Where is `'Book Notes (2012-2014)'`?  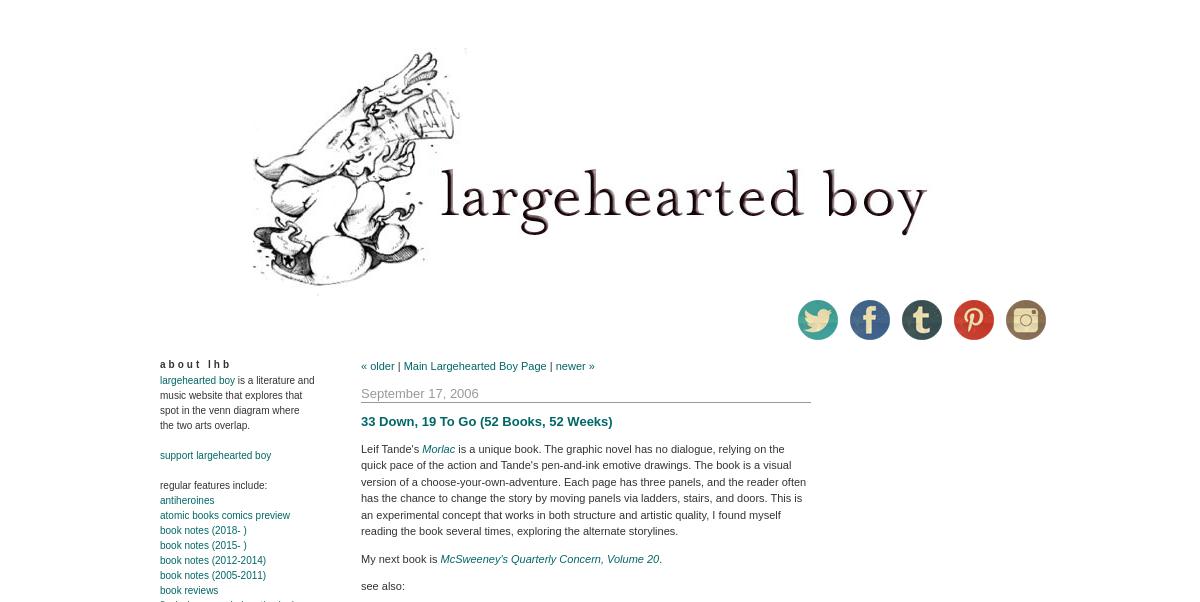 'Book Notes (2012-2014)' is located at coordinates (212, 560).